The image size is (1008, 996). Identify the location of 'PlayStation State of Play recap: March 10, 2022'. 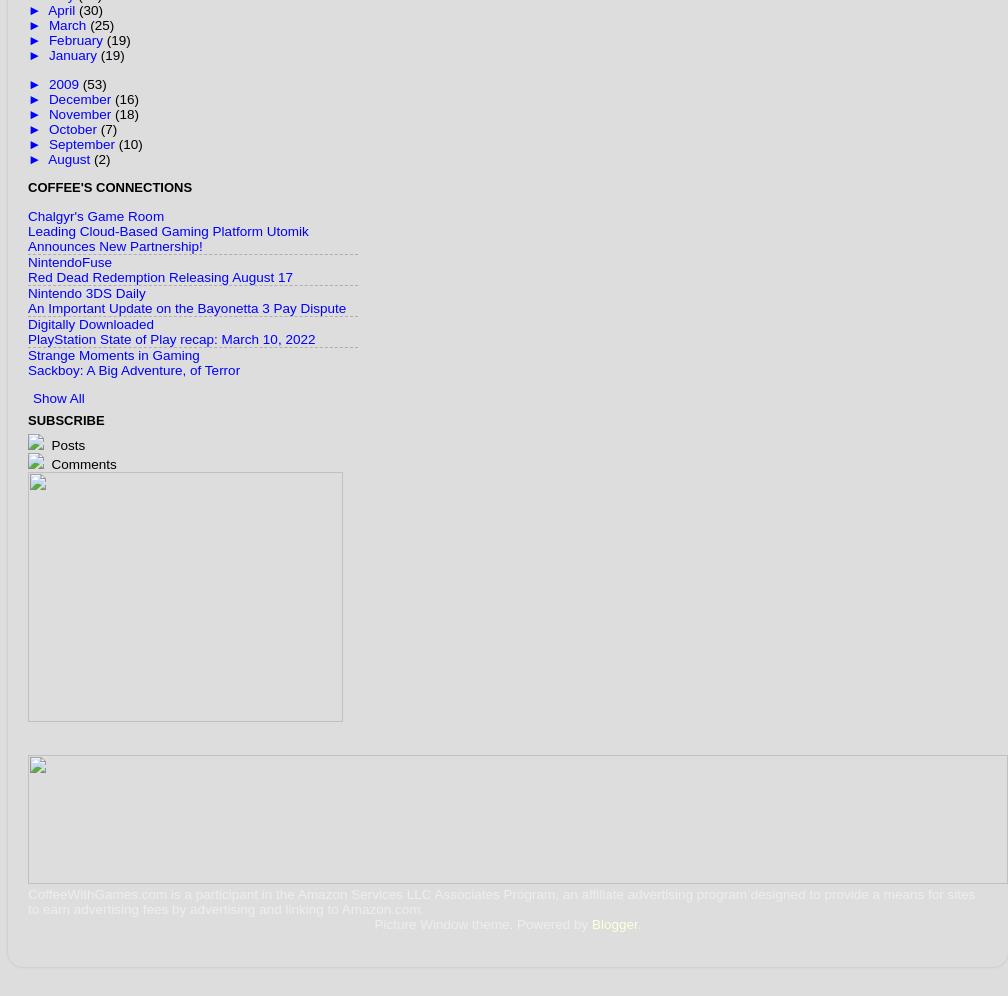
(171, 338).